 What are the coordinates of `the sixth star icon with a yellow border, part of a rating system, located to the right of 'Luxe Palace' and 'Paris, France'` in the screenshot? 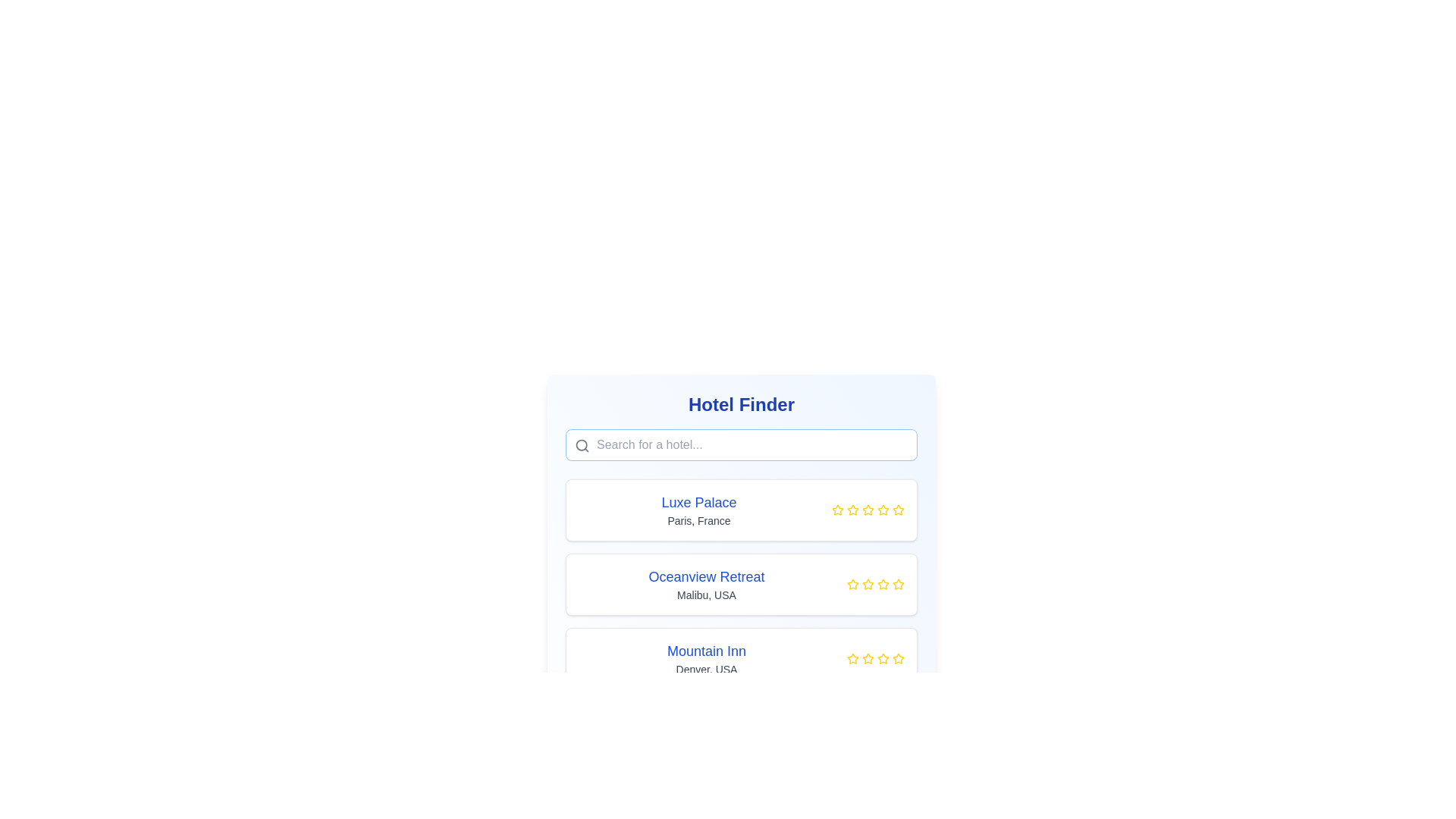 It's located at (883, 510).